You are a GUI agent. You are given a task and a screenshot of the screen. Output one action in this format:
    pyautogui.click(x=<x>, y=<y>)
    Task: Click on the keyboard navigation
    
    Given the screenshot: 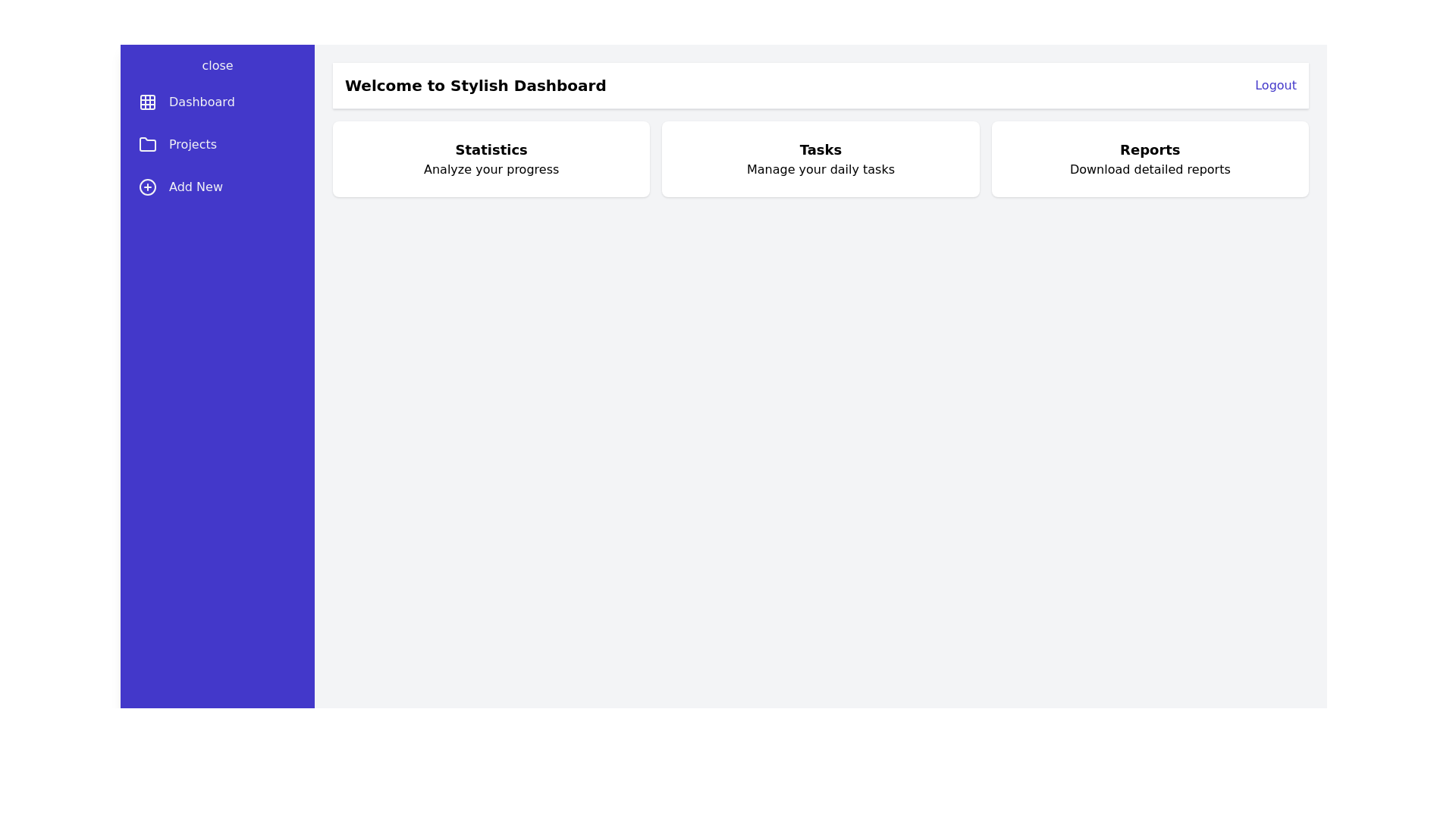 What is the action you would take?
    pyautogui.click(x=217, y=65)
    